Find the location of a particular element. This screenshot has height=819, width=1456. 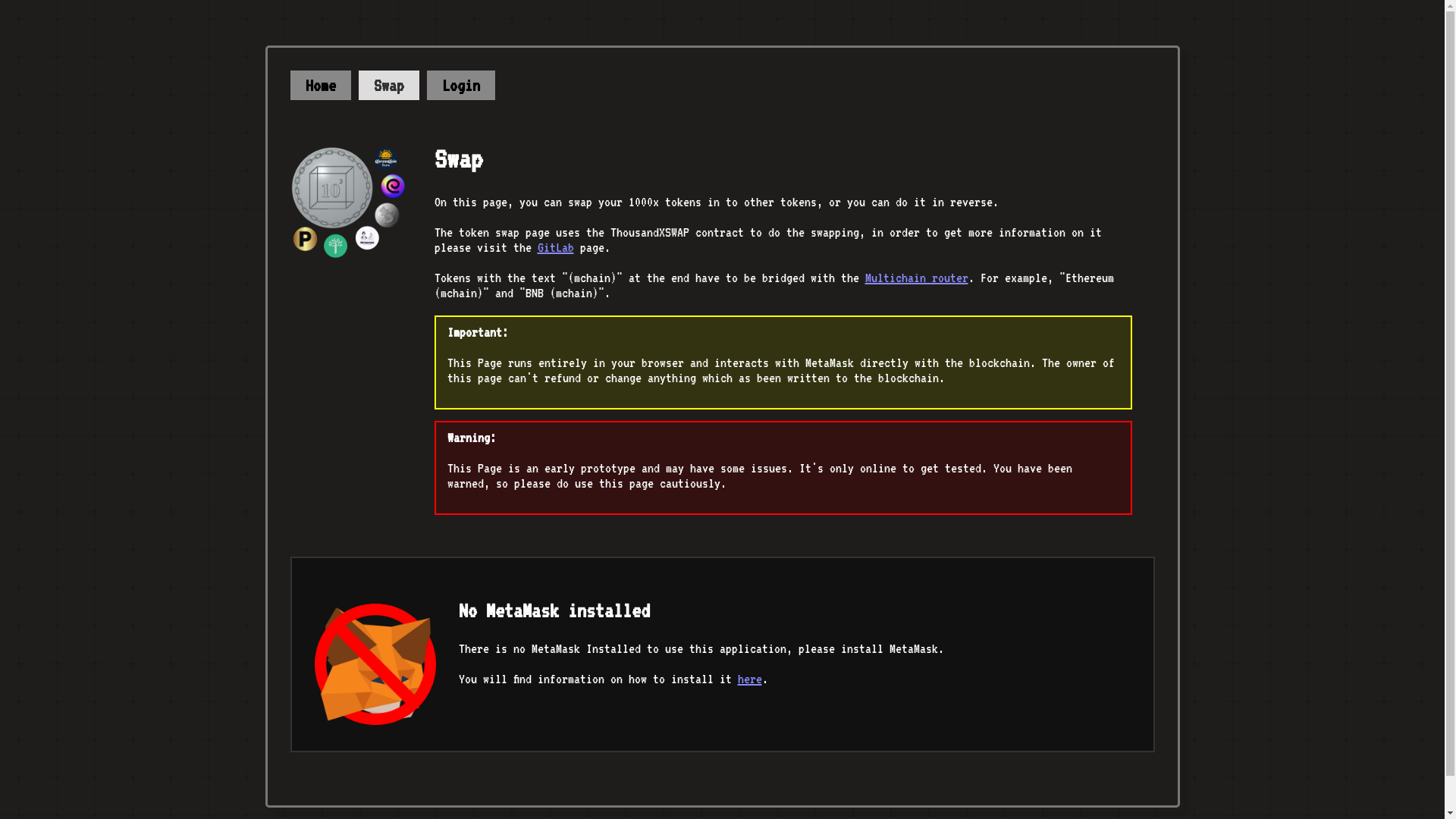

'Login' is located at coordinates (459, 85).